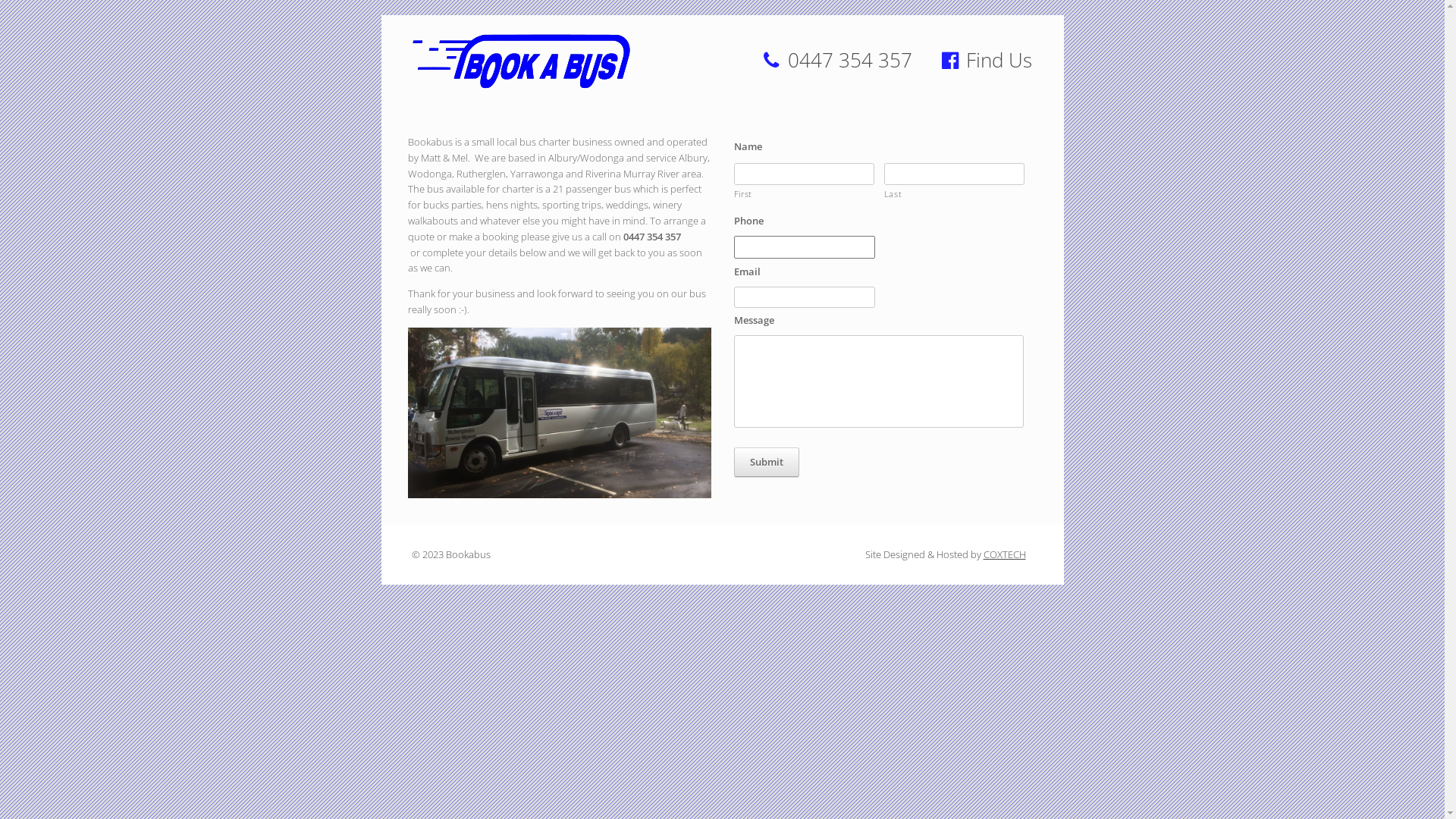  Describe the element at coordinates (521, 61) in the screenshot. I see `'Bookabus'` at that location.